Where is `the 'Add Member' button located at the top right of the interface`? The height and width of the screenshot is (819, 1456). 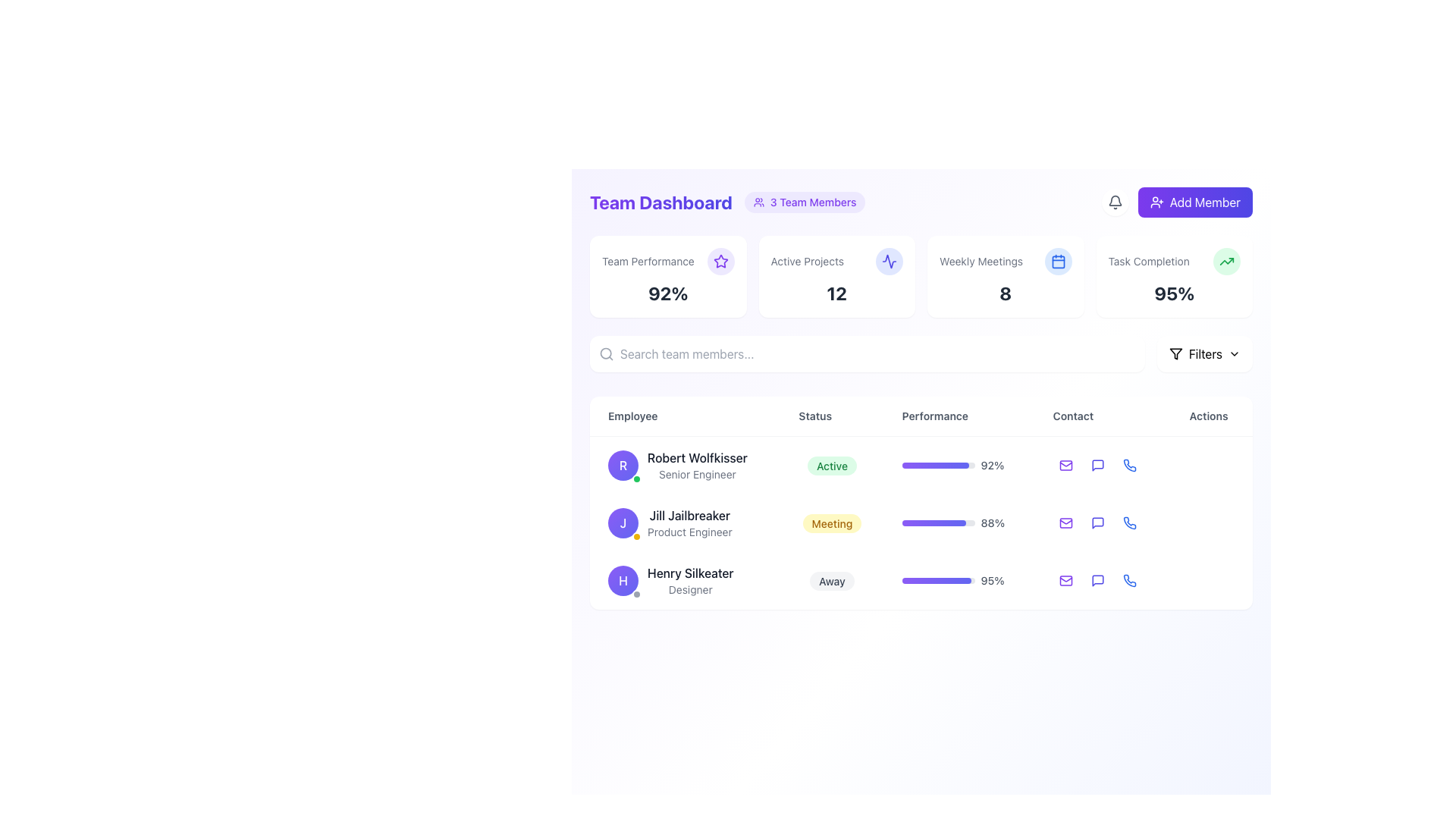 the 'Add Member' button located at the top right of the interface is located at coordinates (1176, 201).